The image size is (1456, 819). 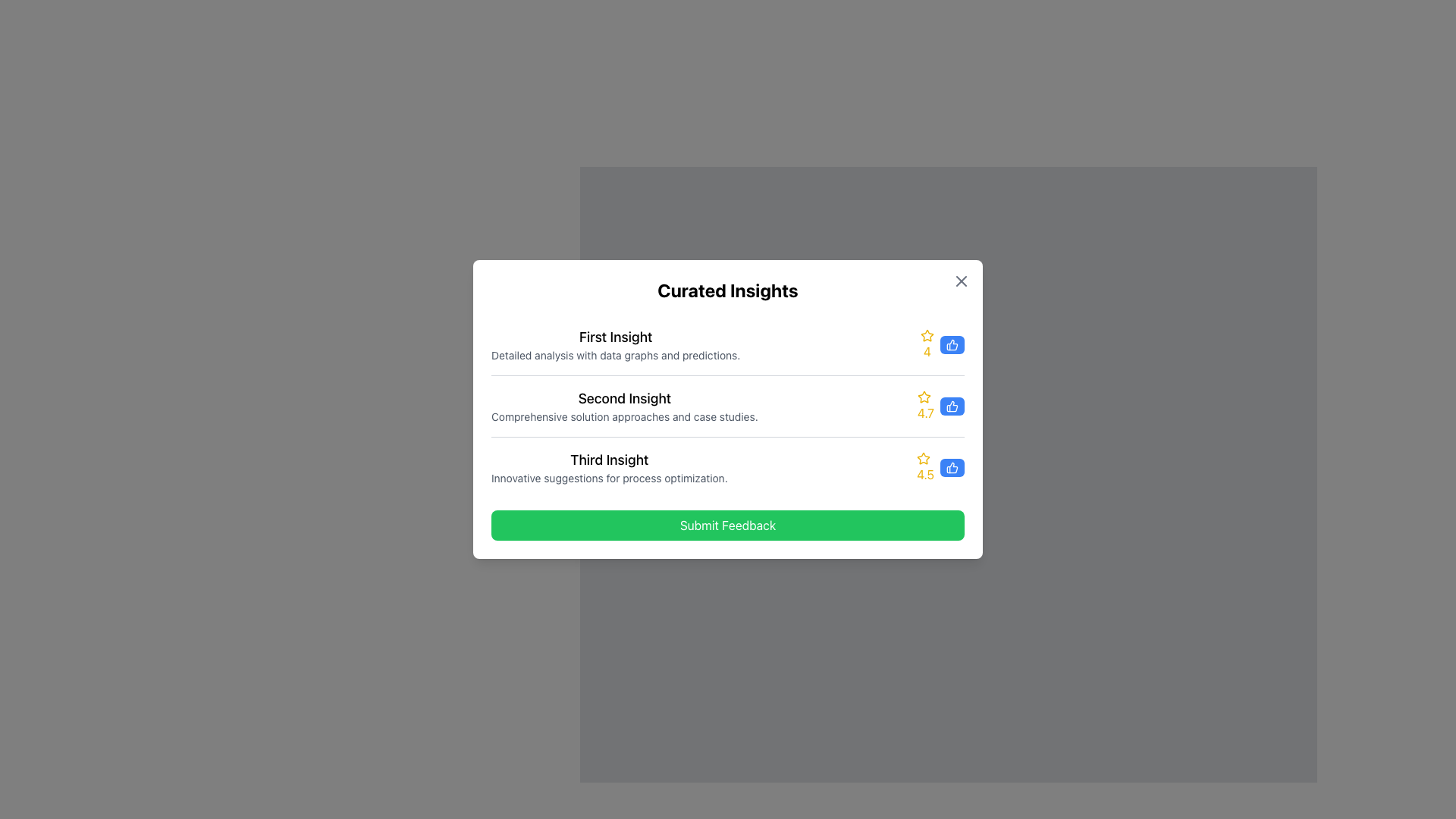 What do you see at coordinates (927, 335) in the screenshot?
I see `the gold star-shaped icon with a hollow design, located in the 'First Insight' section, positioned to the left of the numerical rating '4'` at bounding box center [927, 335].